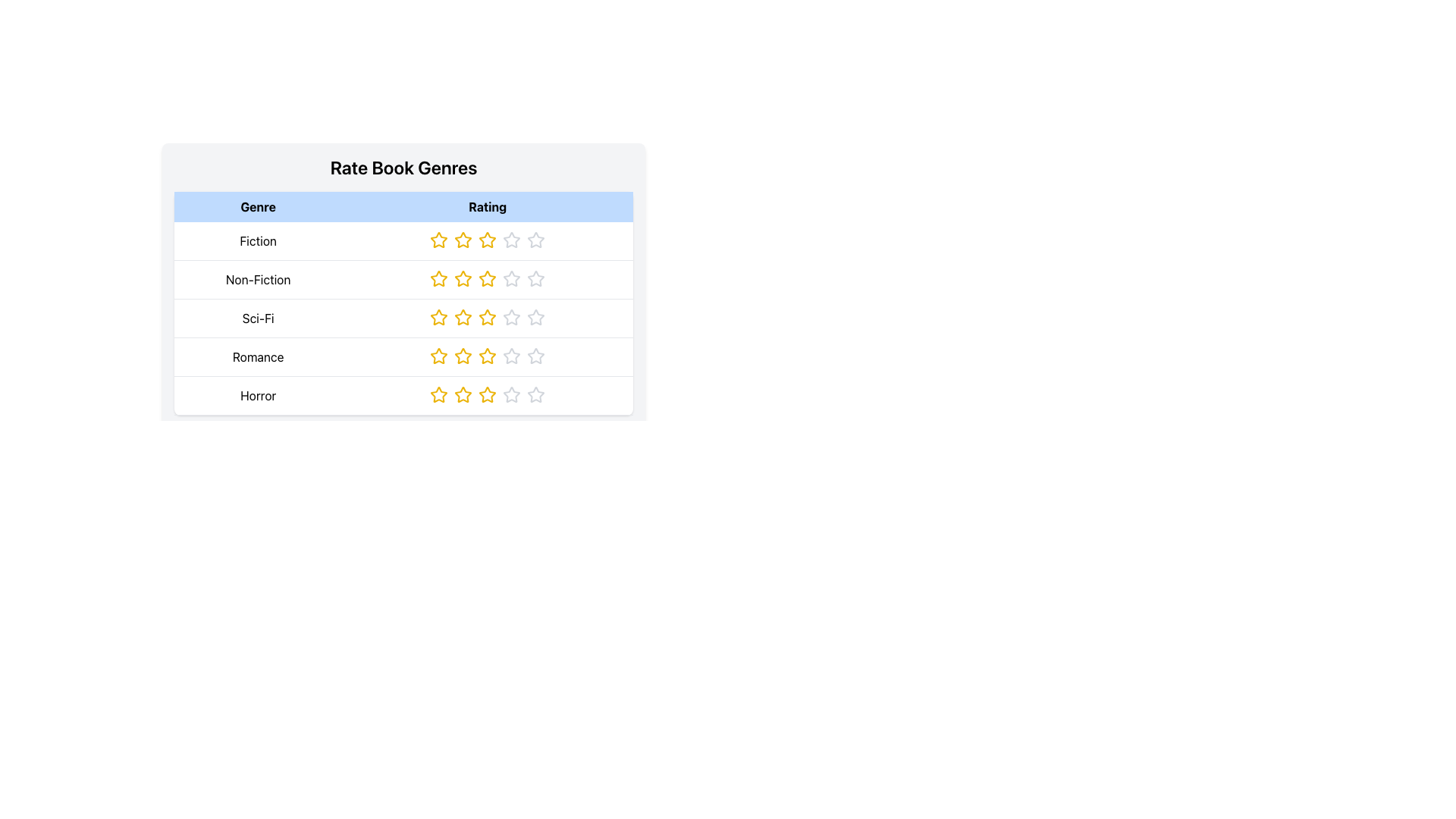  I want to click on the third star in the 'Sci-Fi' genre rating row, so click(463, 316).